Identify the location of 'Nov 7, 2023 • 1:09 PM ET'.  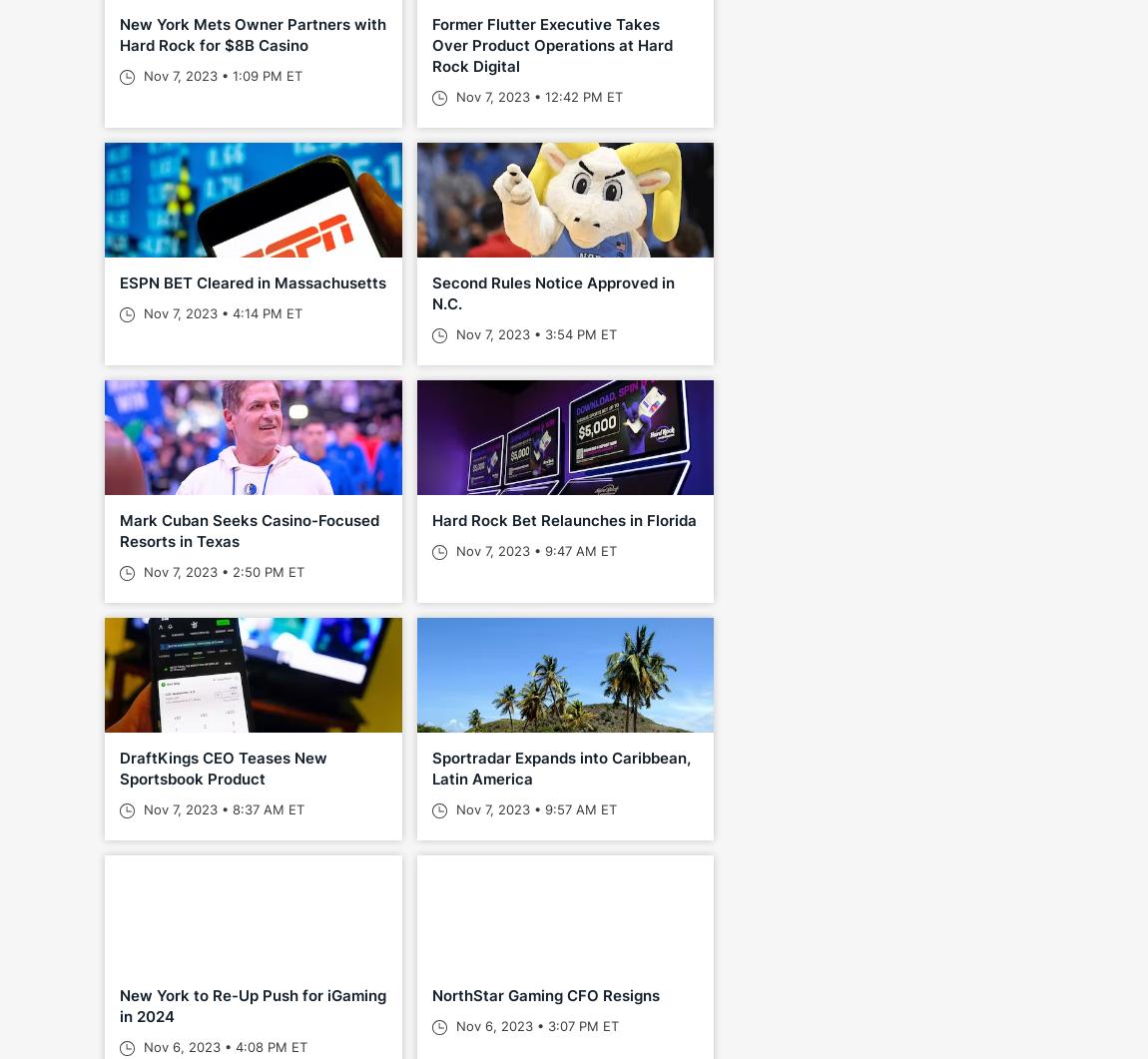
(220, 75).